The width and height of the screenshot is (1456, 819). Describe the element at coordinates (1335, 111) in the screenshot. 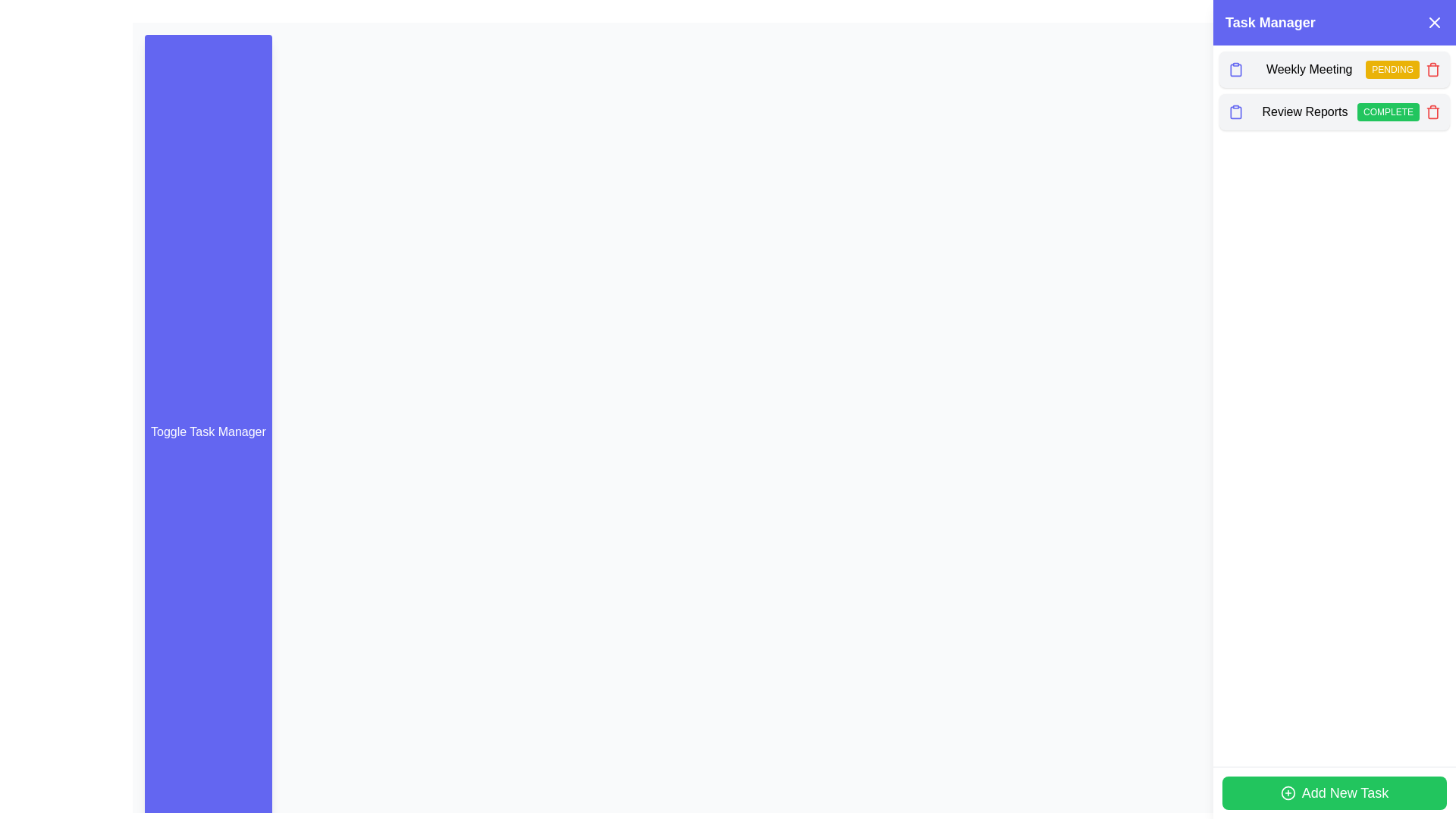

I see `the 'Review Reports' button with clipboard icon and 'COMPLETE' badge located in the Task Manager sidebar` at that location.